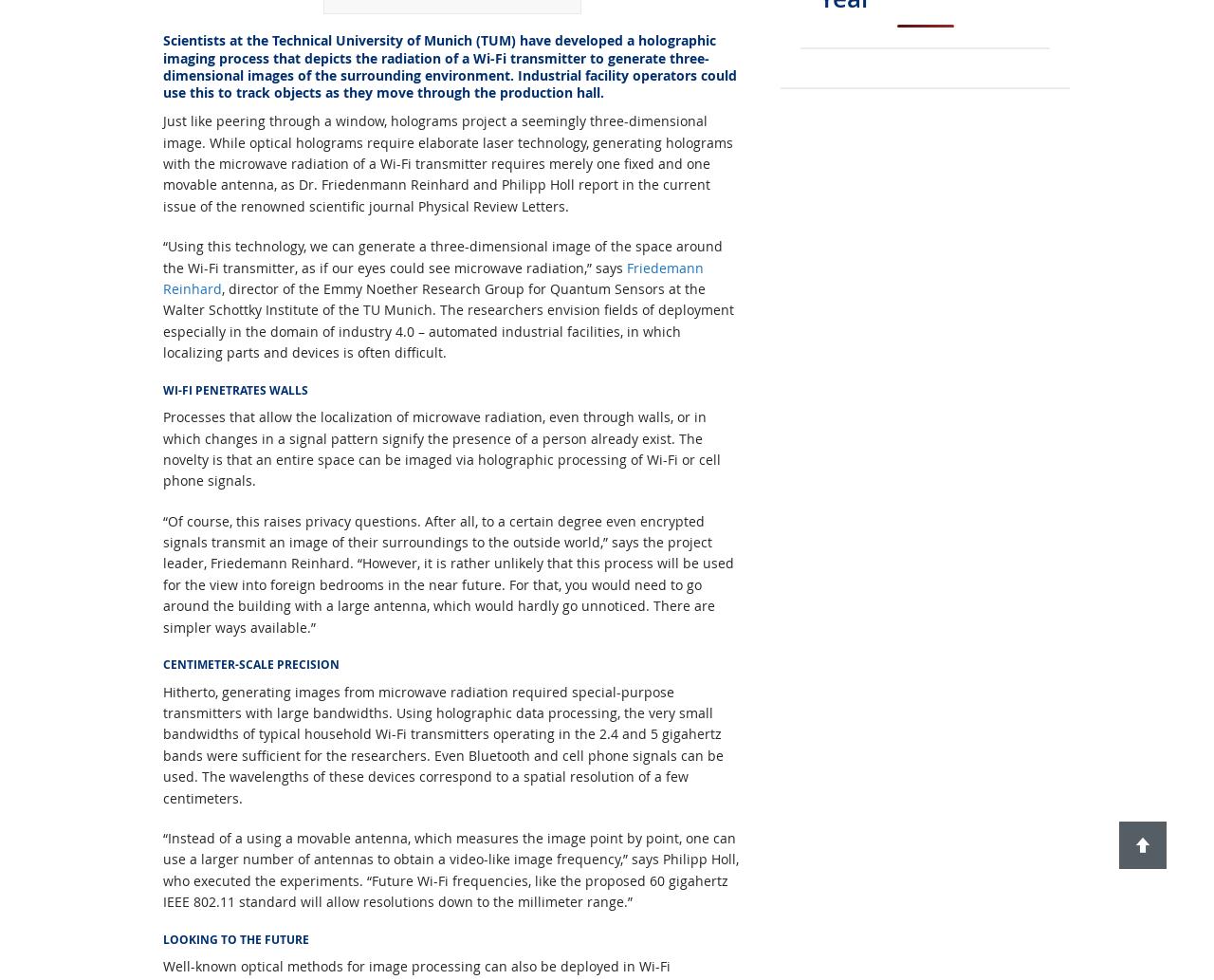 This screenshot has height=980, width=1214. I want to click on 'Scientists at the Technical University of Munich (TUM) have developed a holographic imaging process that depicts the radiation of a Wi-Fi transmitter to generate three-dimensional images of the surrounding environment. Industrial facility operators could use this to track objects as they move through the production hall.', so click(449, 66).